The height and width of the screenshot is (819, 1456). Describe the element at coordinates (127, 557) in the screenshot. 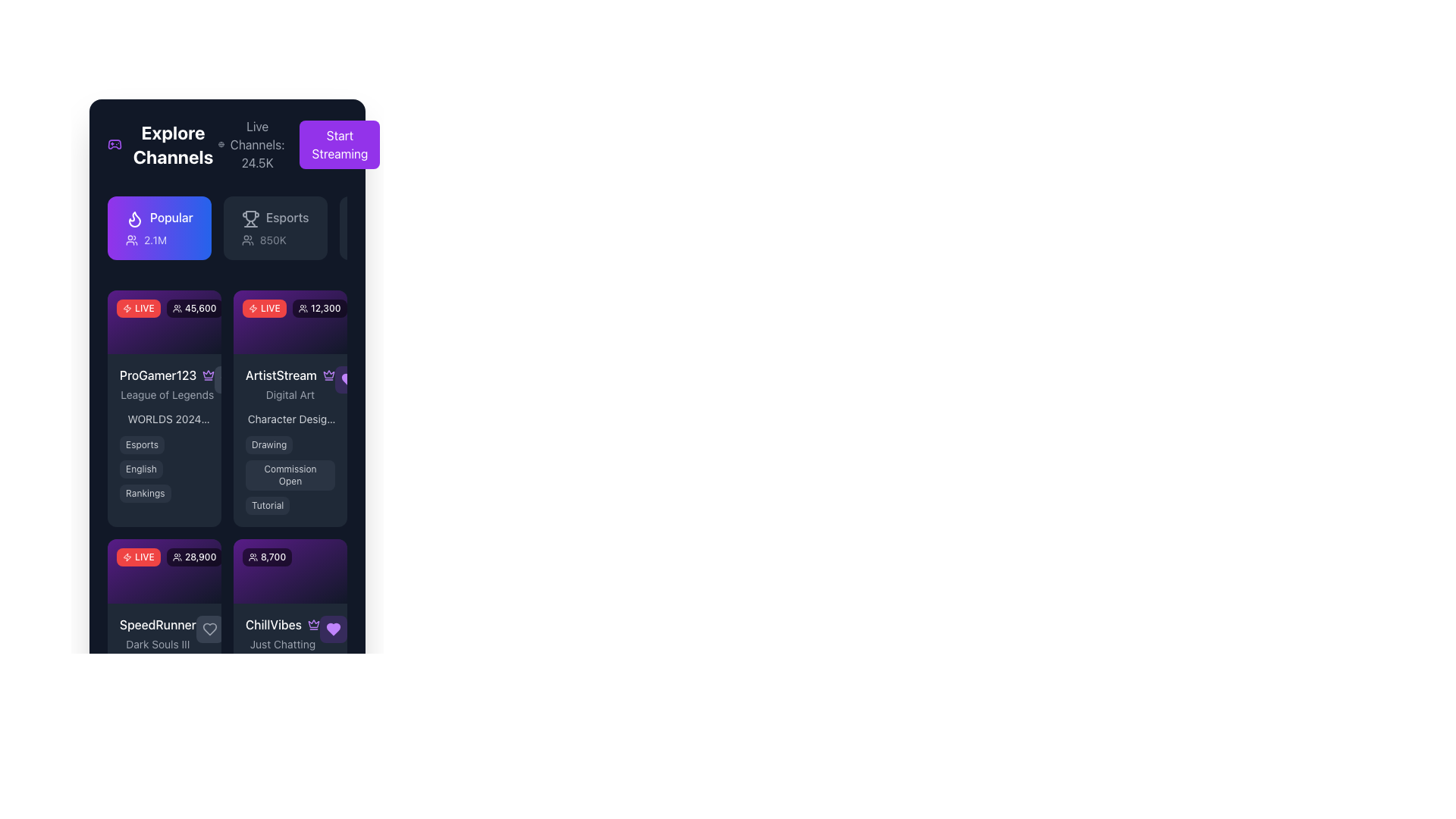

I see `the 'LIVE' status icon located in the top-left corner of the streaming channel card` at that location.